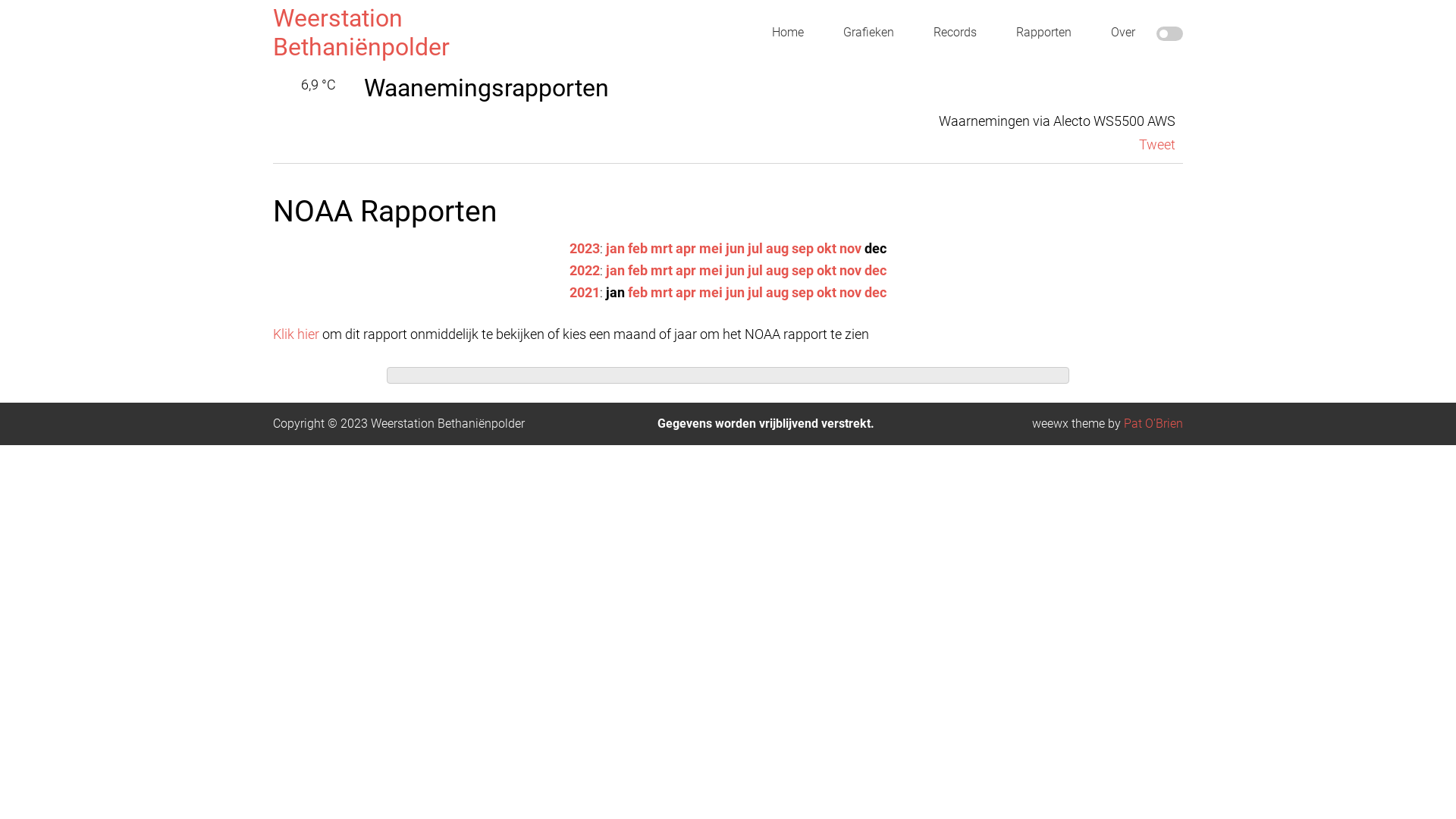 This screenshot has width=1456, height=819. What do you see at coordinates (777, 247) in the screenshot?
I see `'aug'` at bounding box center [777, 247].